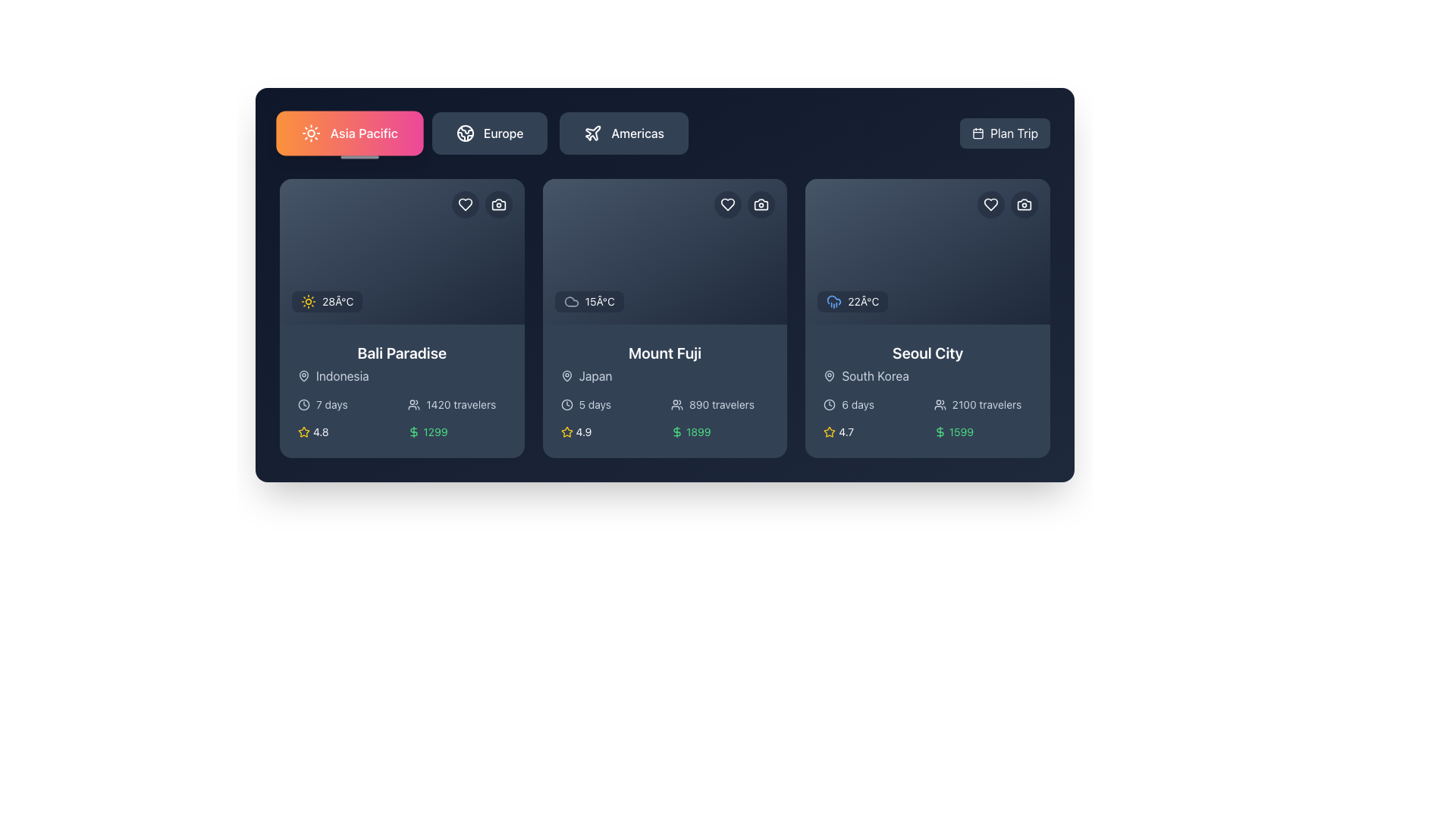  Describe the element at coordinates (698, 432) in the screenshot. I see `the value displayed in the green text label showing the number '1899', which is located at the bottom of the 'Mount Fuji' card, next to the green dollar sign icon` at that location.